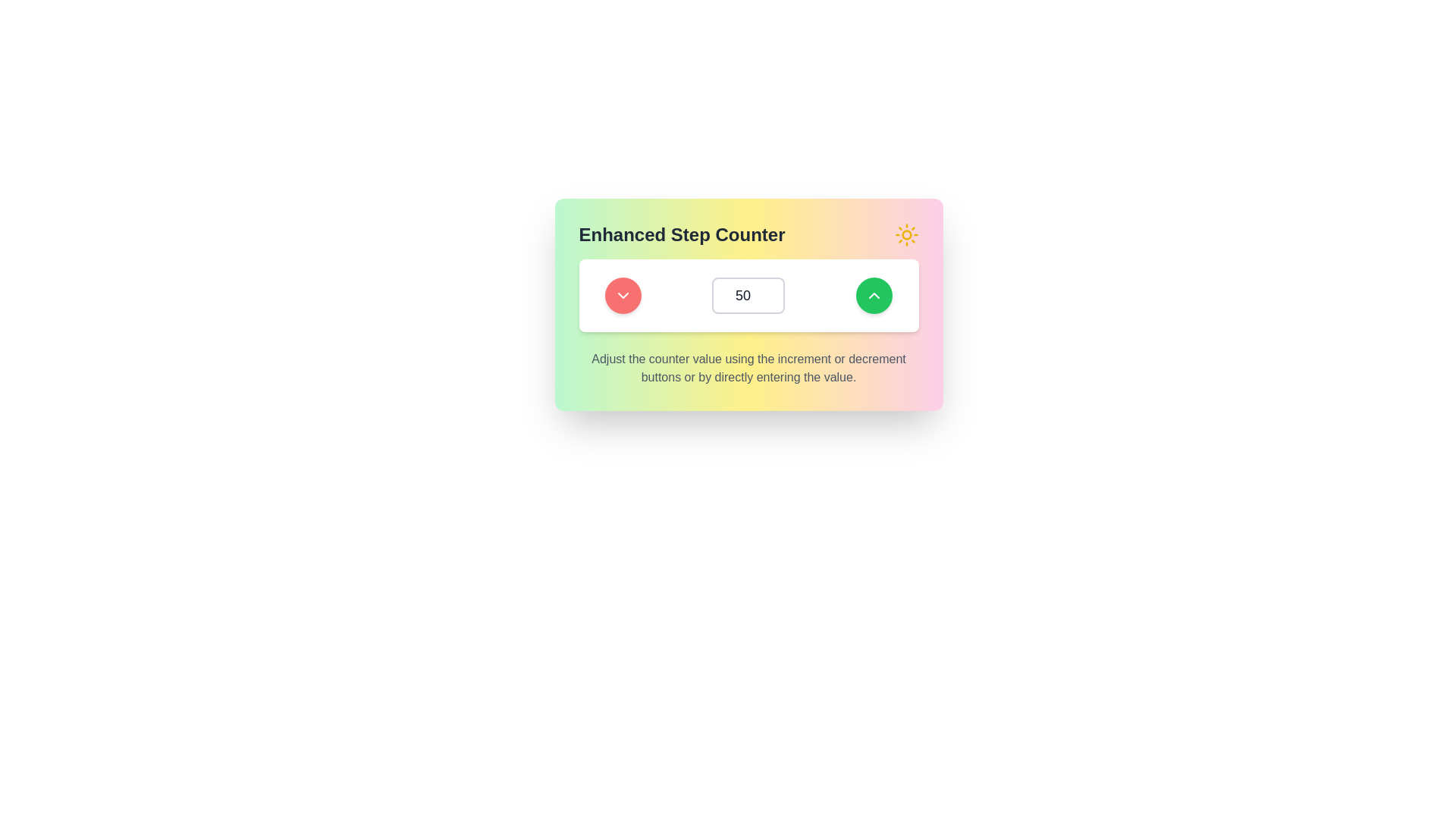 The width and height of the screenshot is (1456, 819). What do you see at coordinates (623, 295) in the screenshot?
I see `the circular red button with a white down-arrow icon located to the left of the numeric input box in the 'Enhanced Step Counter' card to decrease the value` at bounding box center [623, 295].